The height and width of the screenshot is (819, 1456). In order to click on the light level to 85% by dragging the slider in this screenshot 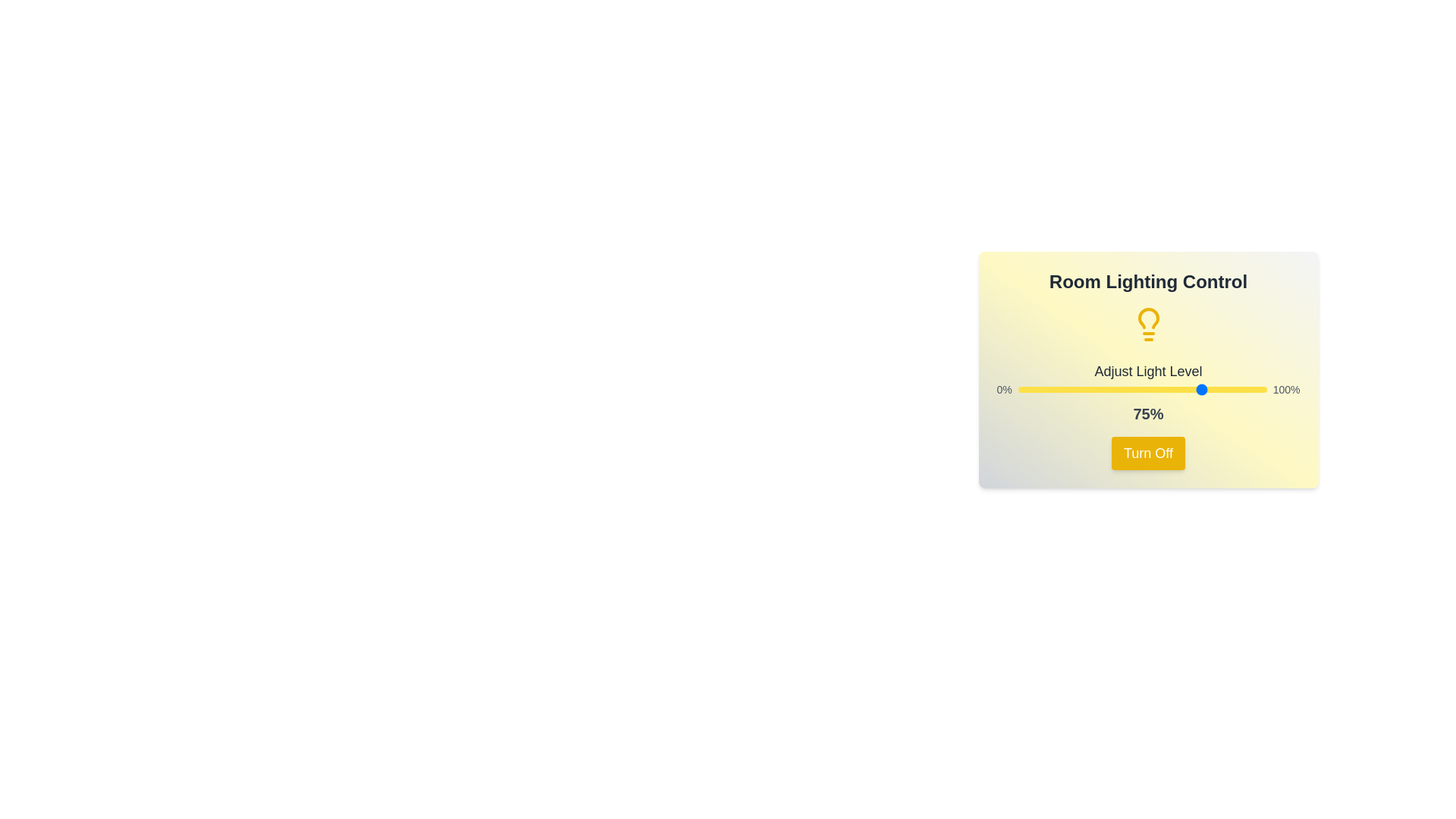, I will do `click(1229, 388)`.